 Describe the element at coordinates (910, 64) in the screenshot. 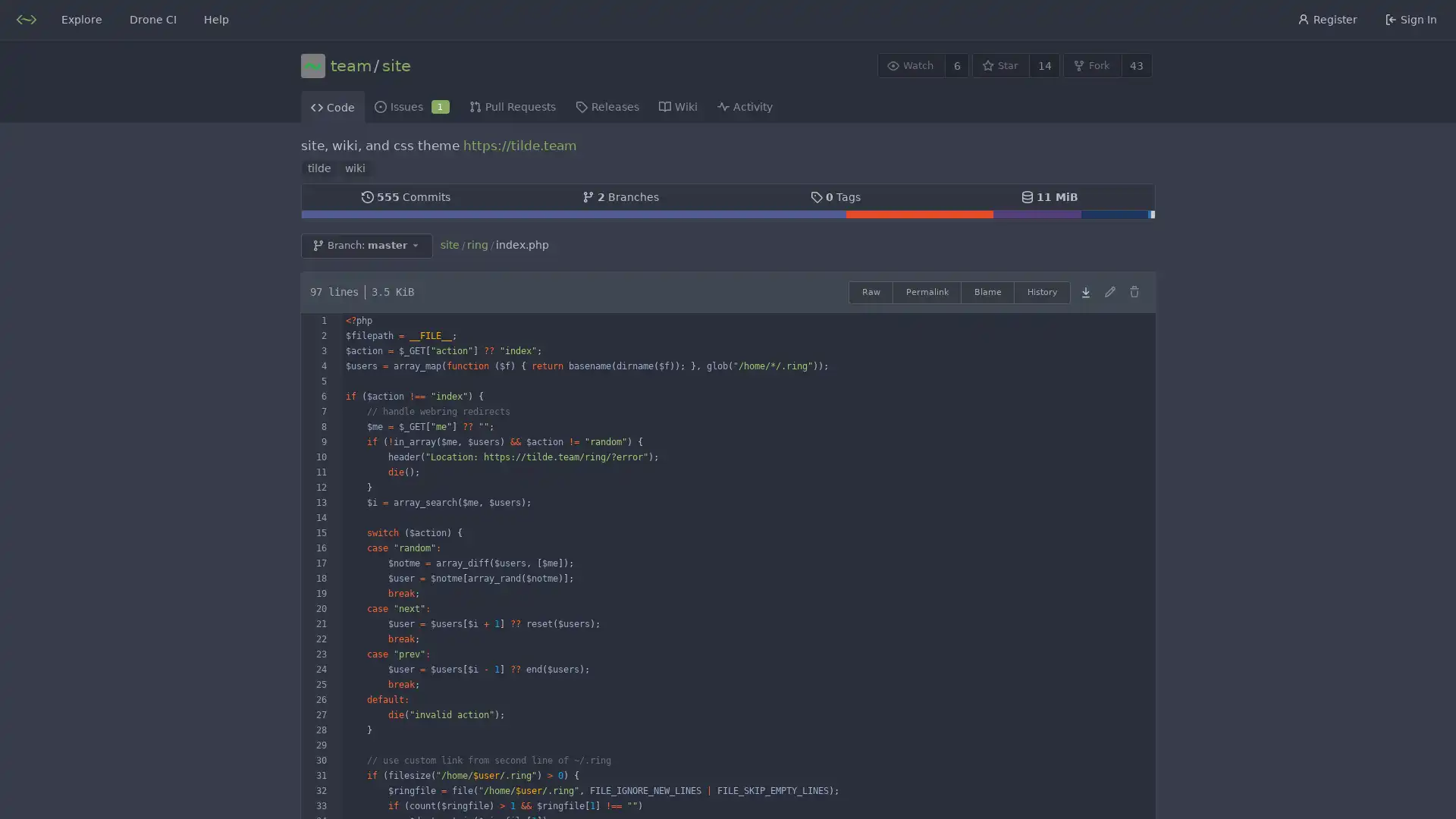

I see `Watch` at that location.